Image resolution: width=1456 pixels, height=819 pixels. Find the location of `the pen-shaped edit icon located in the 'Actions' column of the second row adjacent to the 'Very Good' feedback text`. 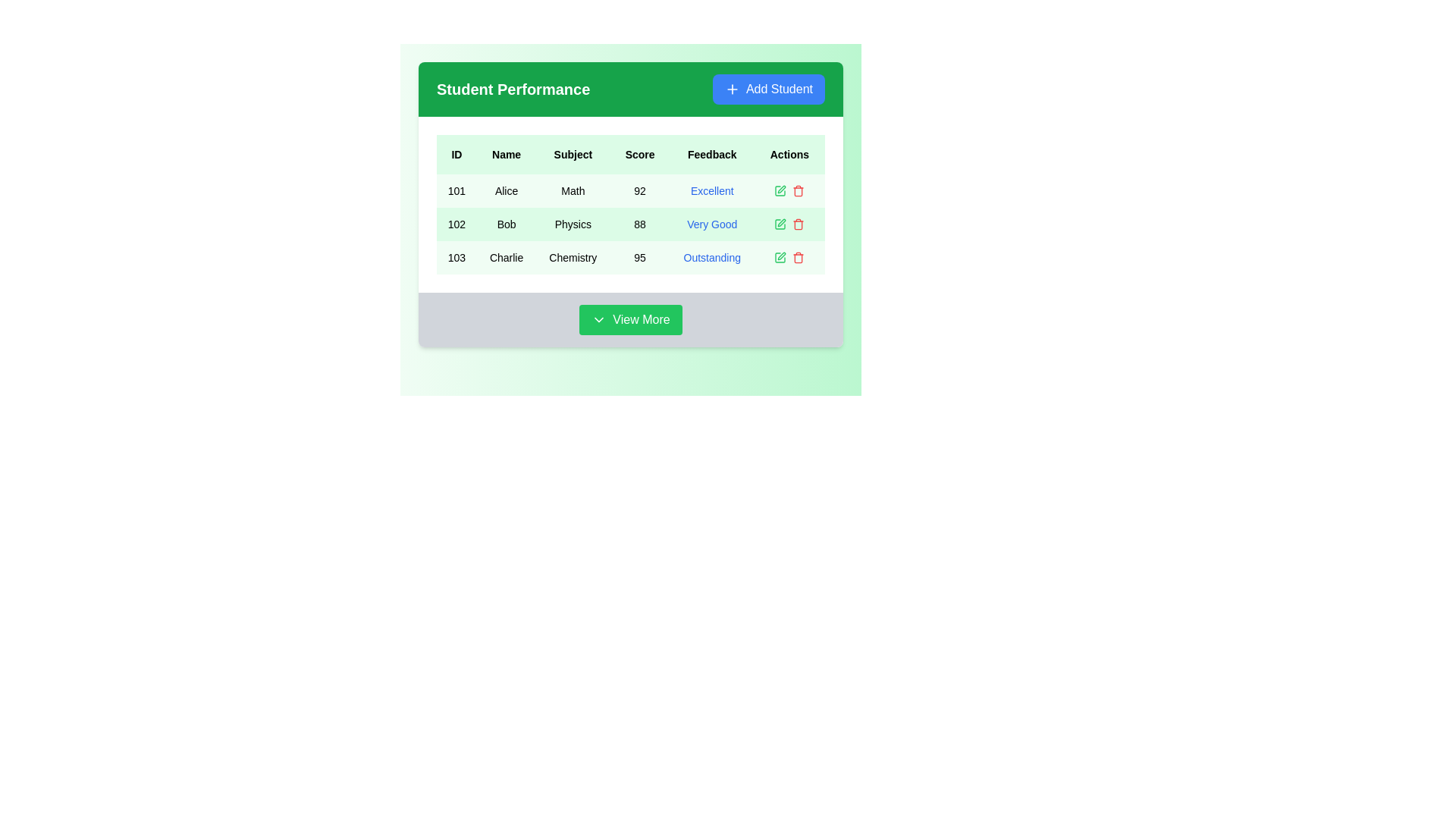

the pen-shaped edit icon located in the 'Actions' column of the second row adjacent to the 'Very Good' feedback text is located at coordinates (782, 222).